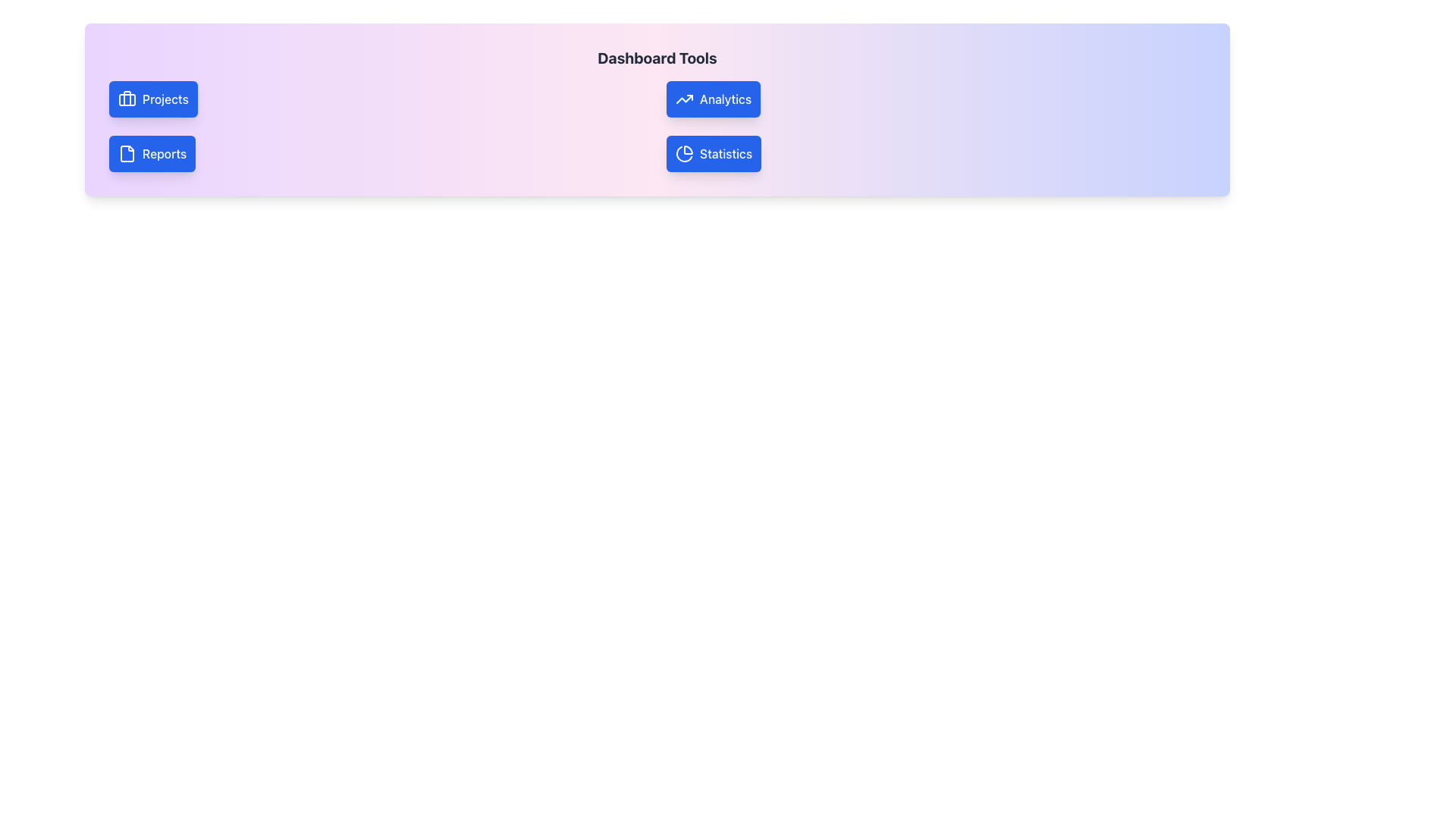 This screenshot has height=819, width=1456. What do you see at coordinates (724, 99) in the screenshot?
I see `the button labeled 'Analytics' which is part of the 'Dashboard Tools' interface, located in the upper-right position among similar elements` at bounding box center [724, 99].